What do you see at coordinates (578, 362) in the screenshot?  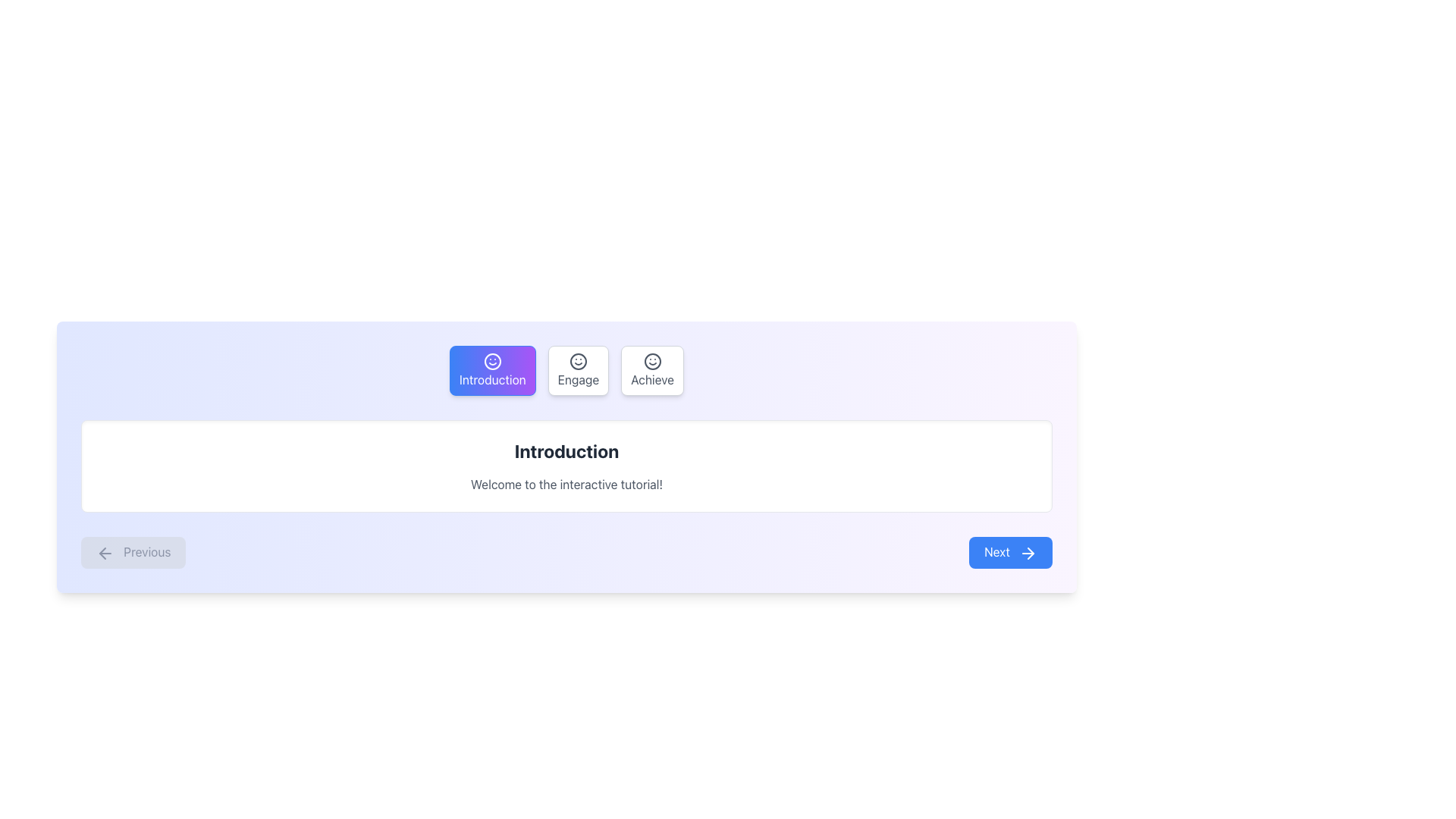 I see `the decorative icon centered within the 'Engage' button, which is the middle button in a row of three buttons labeled 'Introduction', 'Engage', and 'Achieve'` at bounding box center [578, 362].